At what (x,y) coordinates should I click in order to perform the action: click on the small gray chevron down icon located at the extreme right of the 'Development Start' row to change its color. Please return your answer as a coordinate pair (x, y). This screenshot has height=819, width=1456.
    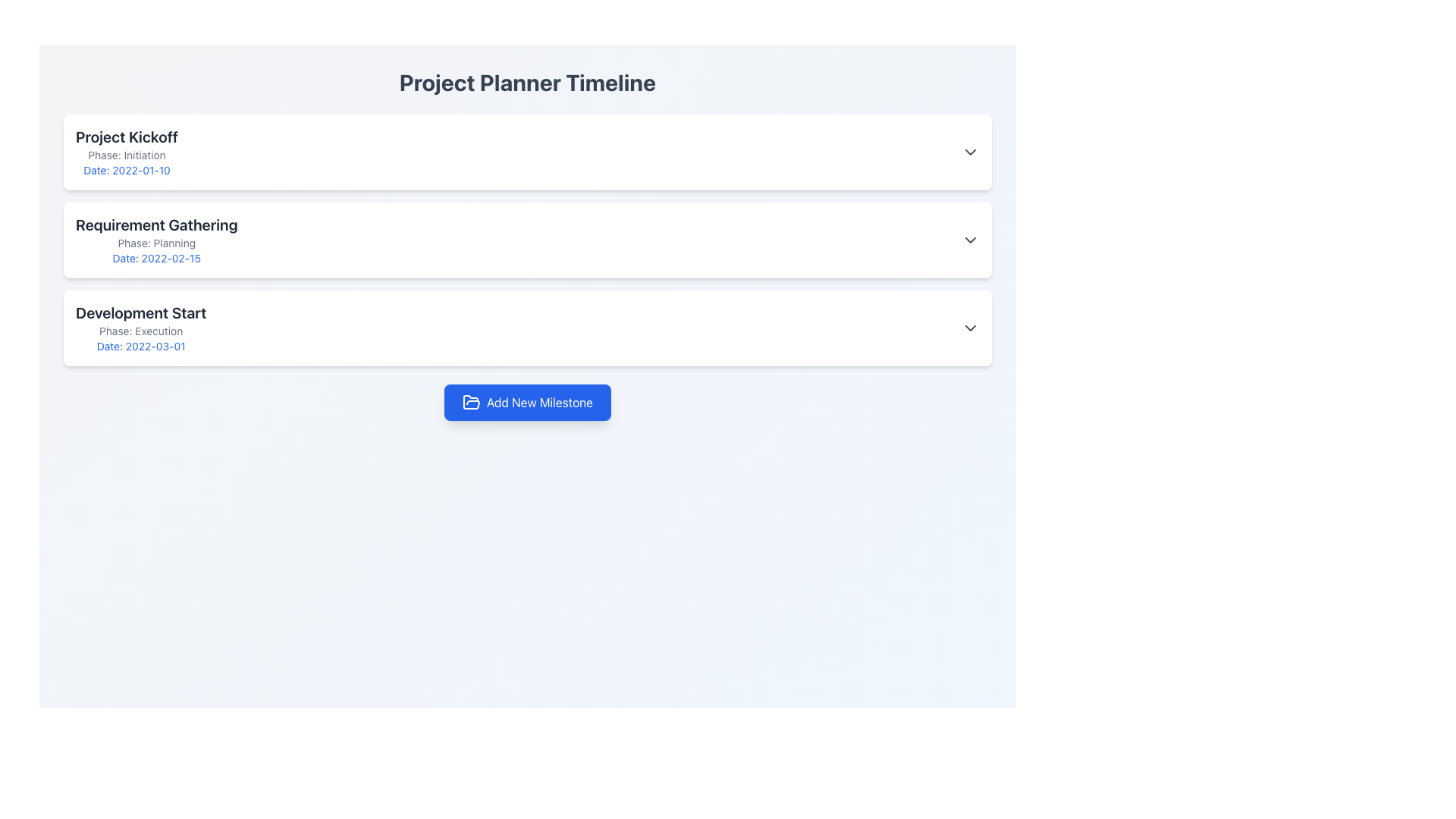
    Looking at the image, I should click on (971, 327).